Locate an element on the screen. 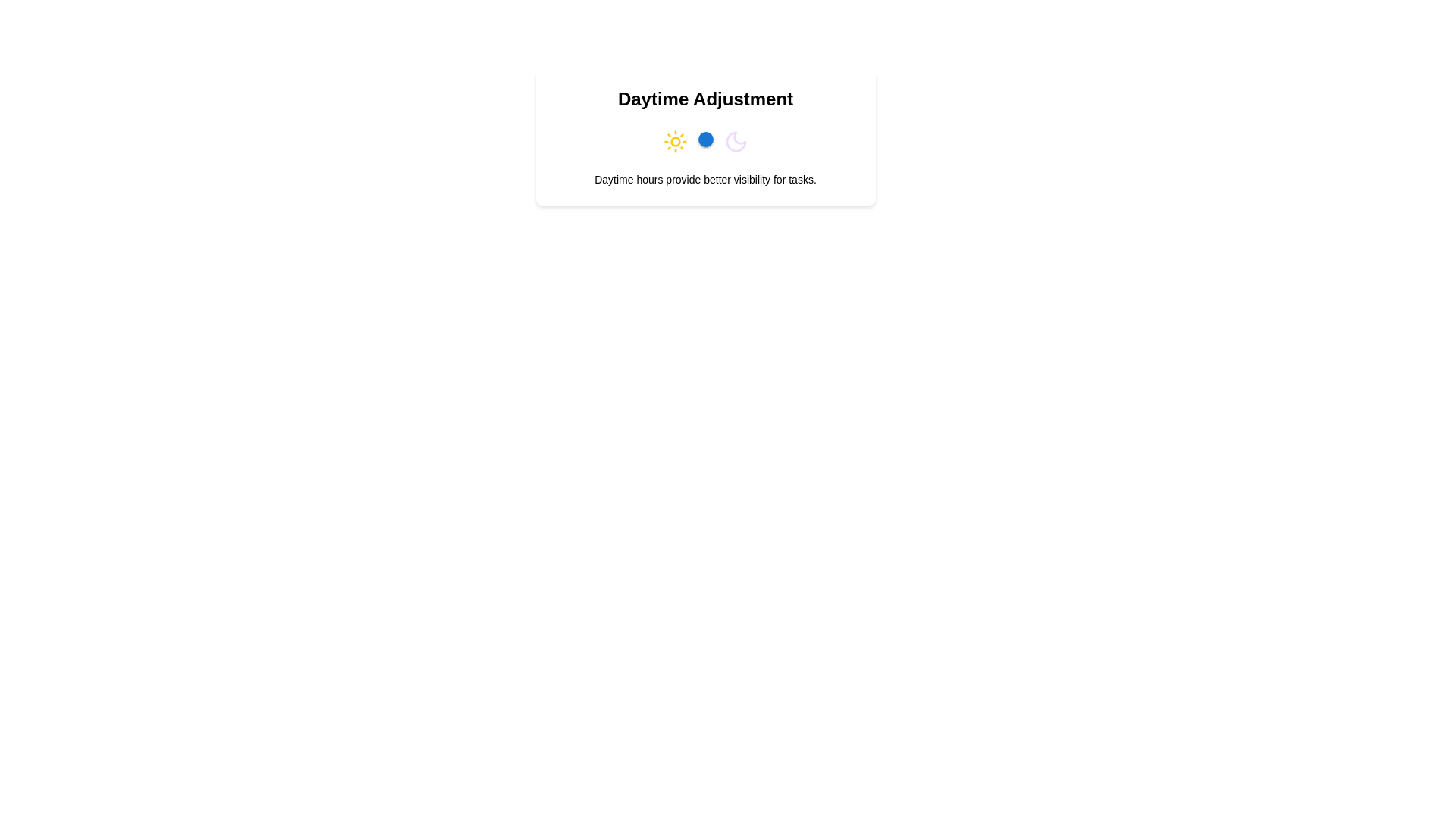 The image size is (1456, 819). the static text label that states 'Daytime hours provide better visibility for tasks,' located beneath the 'Daytime Adjustment' heading and day-night cycle icons is located at coordinates (704, 178).